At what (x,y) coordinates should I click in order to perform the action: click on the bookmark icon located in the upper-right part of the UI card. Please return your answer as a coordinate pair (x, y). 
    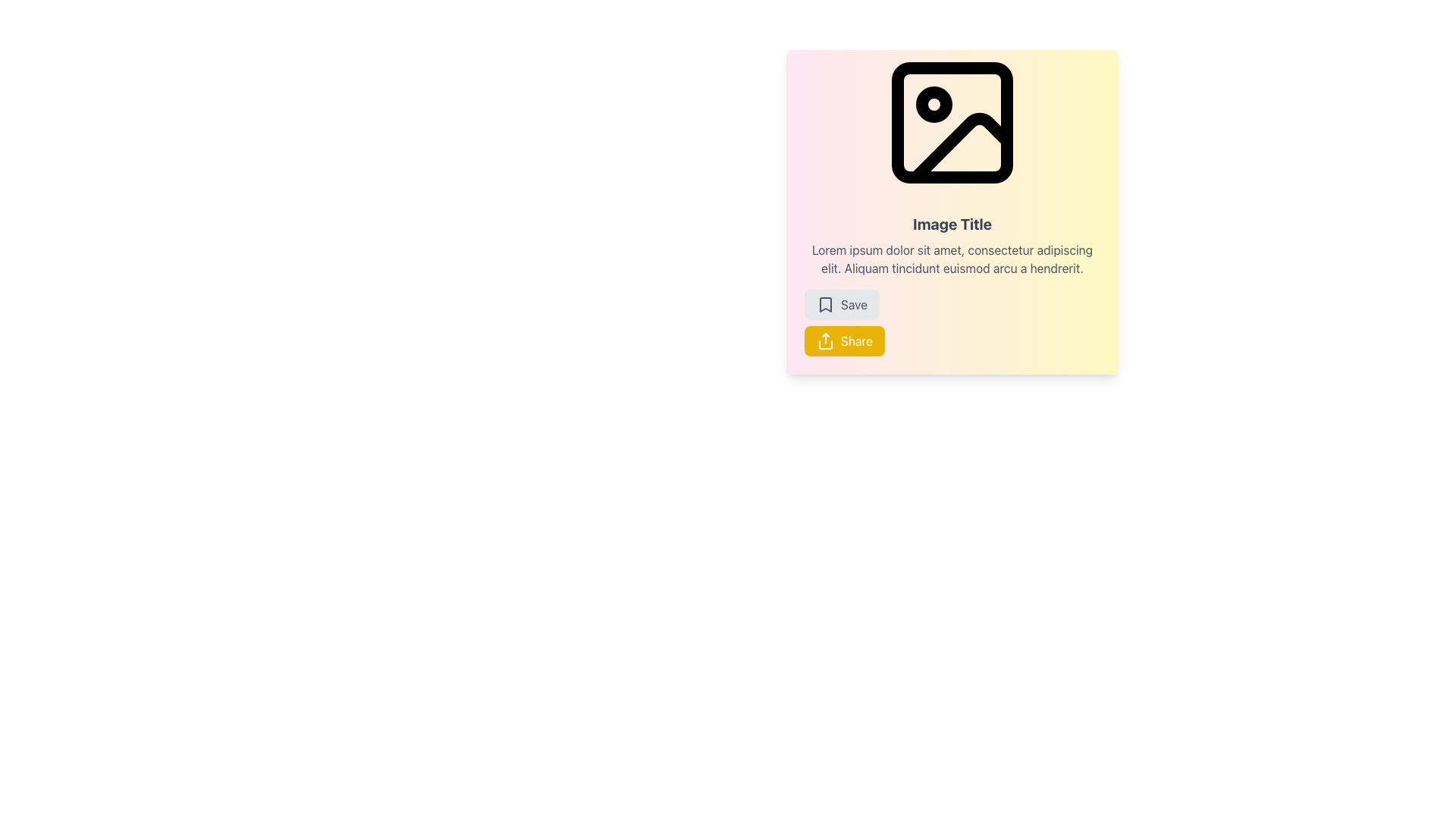
    Looking at the image, I should click on (825, 304).